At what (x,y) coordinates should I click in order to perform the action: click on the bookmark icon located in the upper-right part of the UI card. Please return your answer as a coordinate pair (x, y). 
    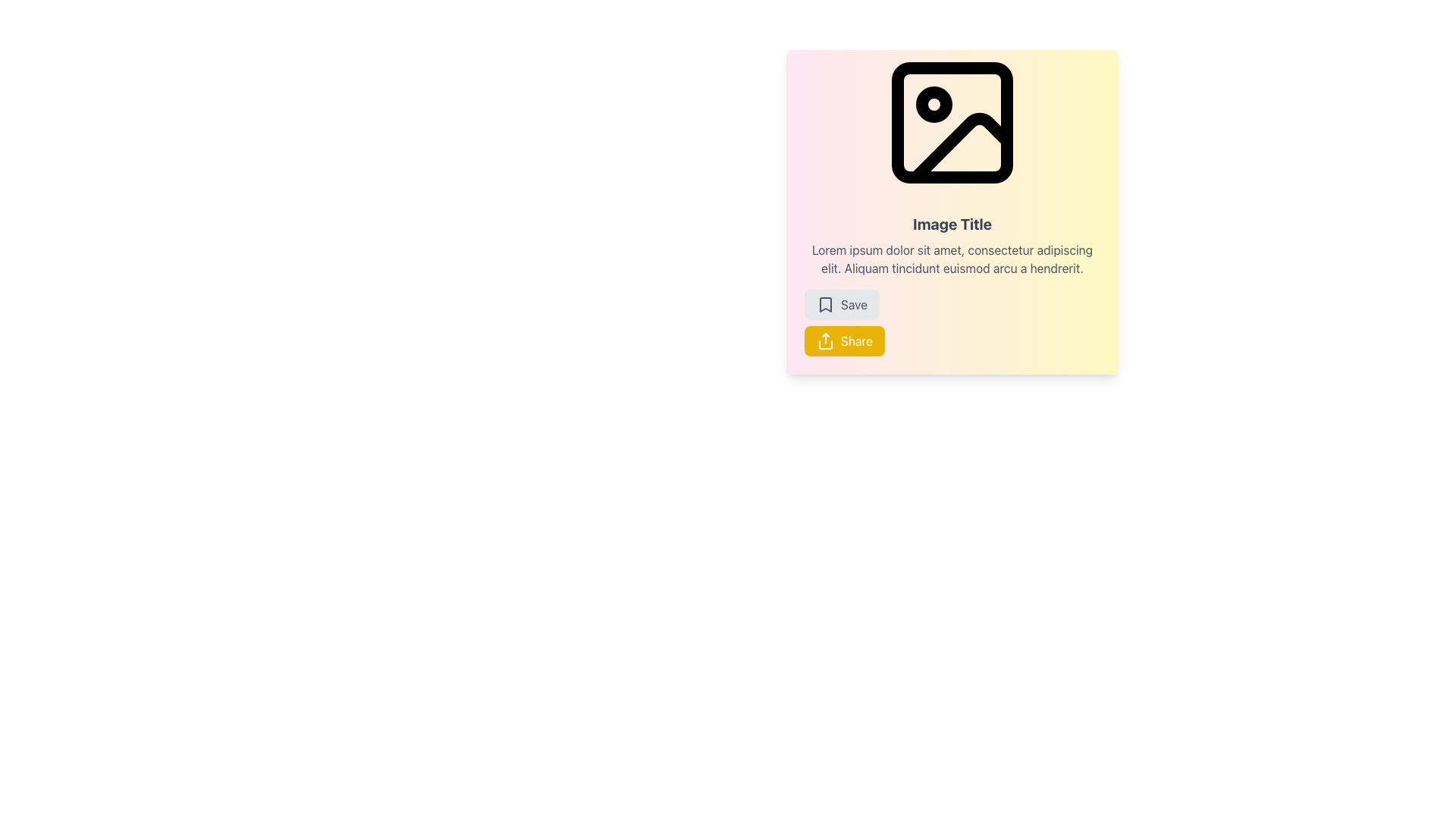
    Looking at the image, I should click on (825, 304).